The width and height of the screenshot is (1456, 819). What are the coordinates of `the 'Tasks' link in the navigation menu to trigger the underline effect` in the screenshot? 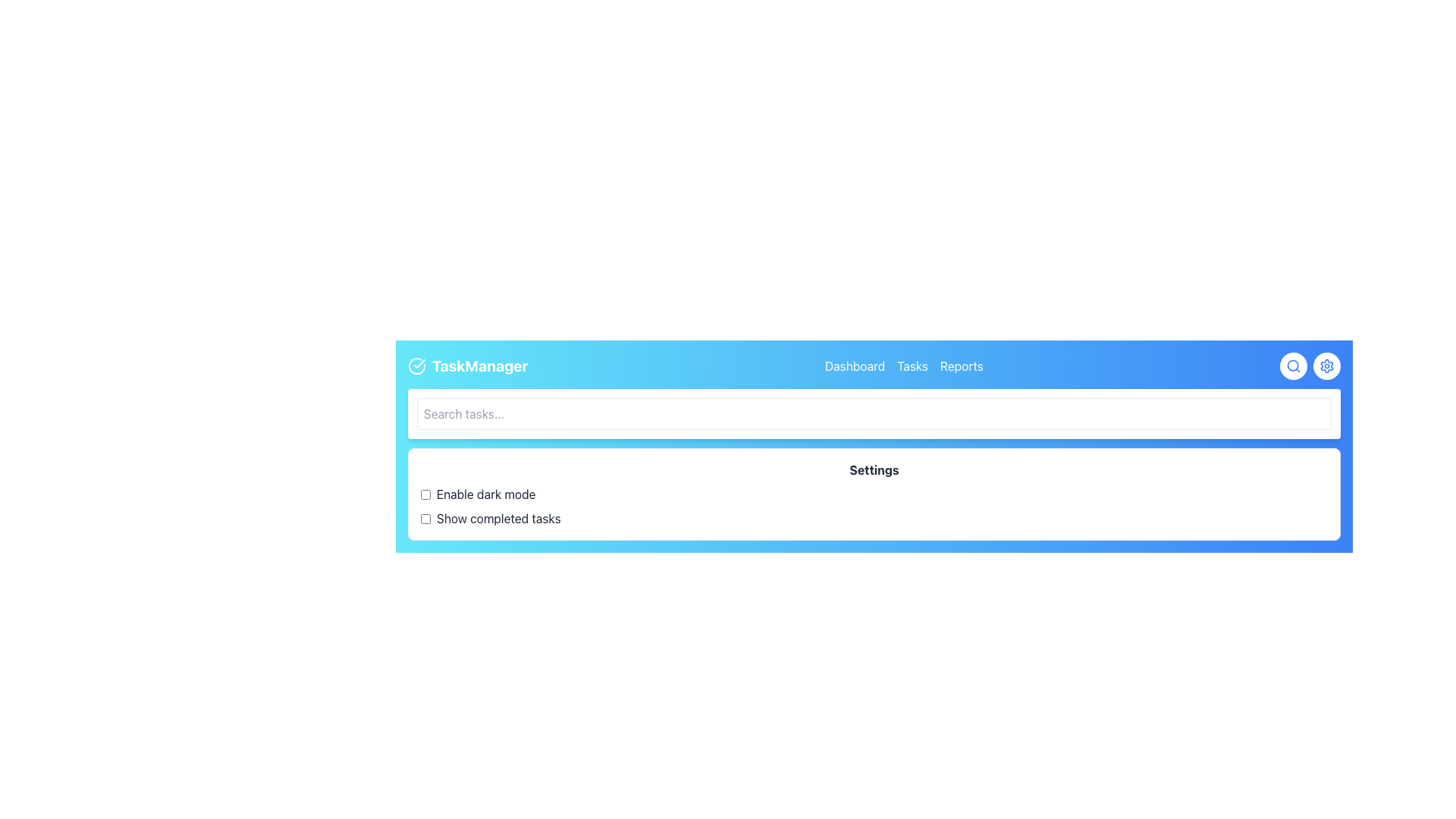 It's located at (912, 366).